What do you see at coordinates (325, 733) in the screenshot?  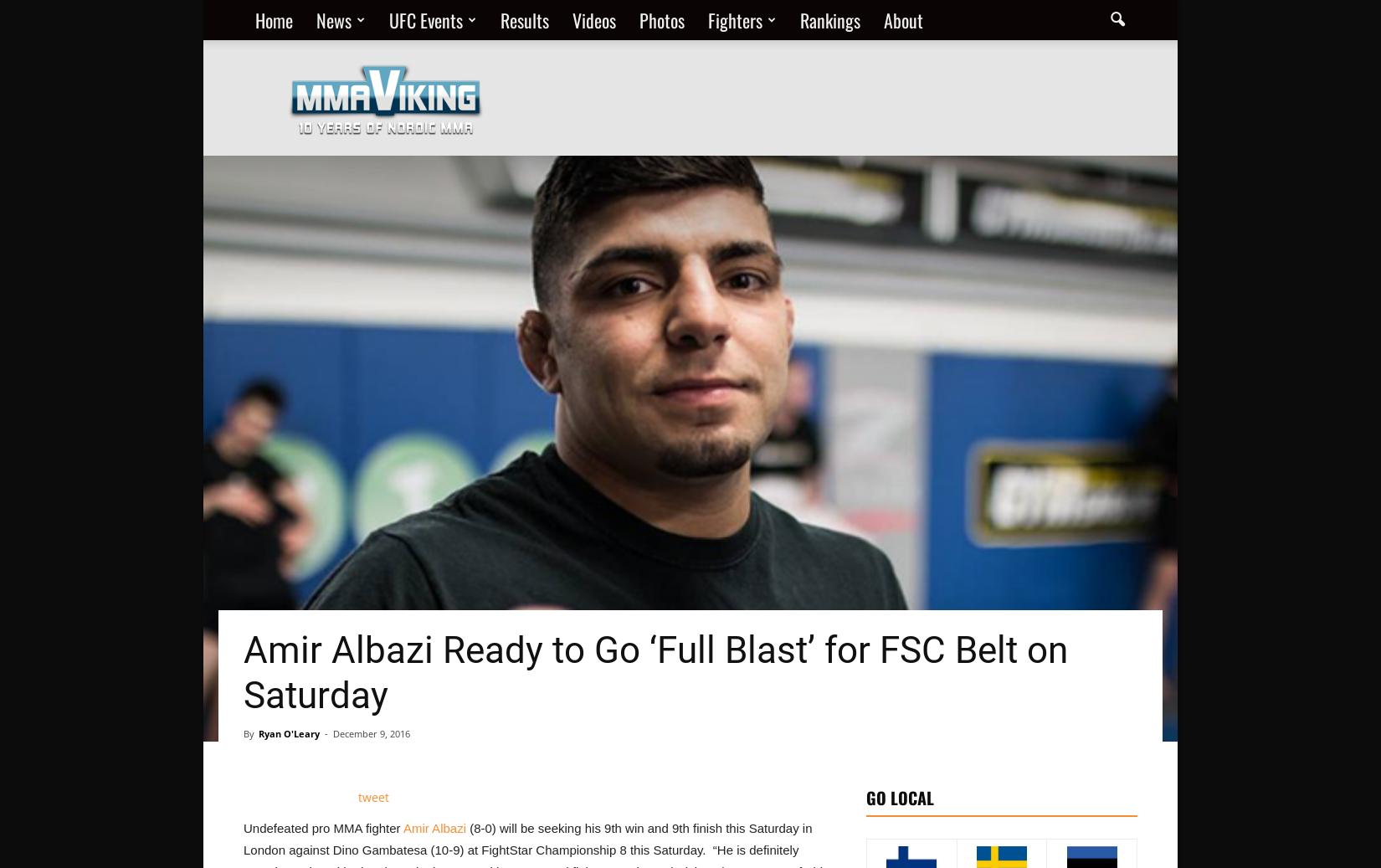 I see `'-'` at bounding box center [325, 733].